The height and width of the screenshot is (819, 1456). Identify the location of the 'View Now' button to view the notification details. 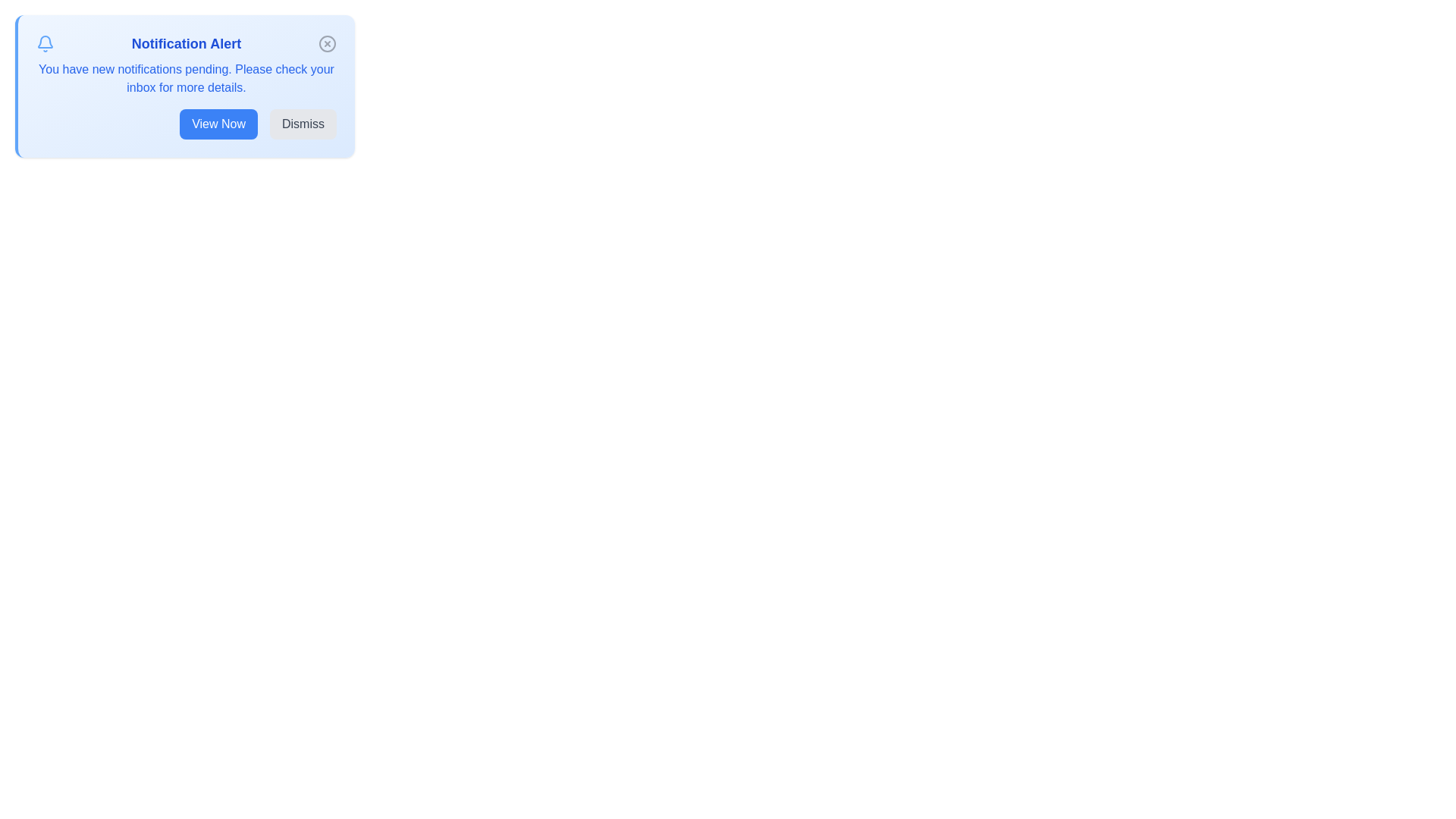
(218, 124).